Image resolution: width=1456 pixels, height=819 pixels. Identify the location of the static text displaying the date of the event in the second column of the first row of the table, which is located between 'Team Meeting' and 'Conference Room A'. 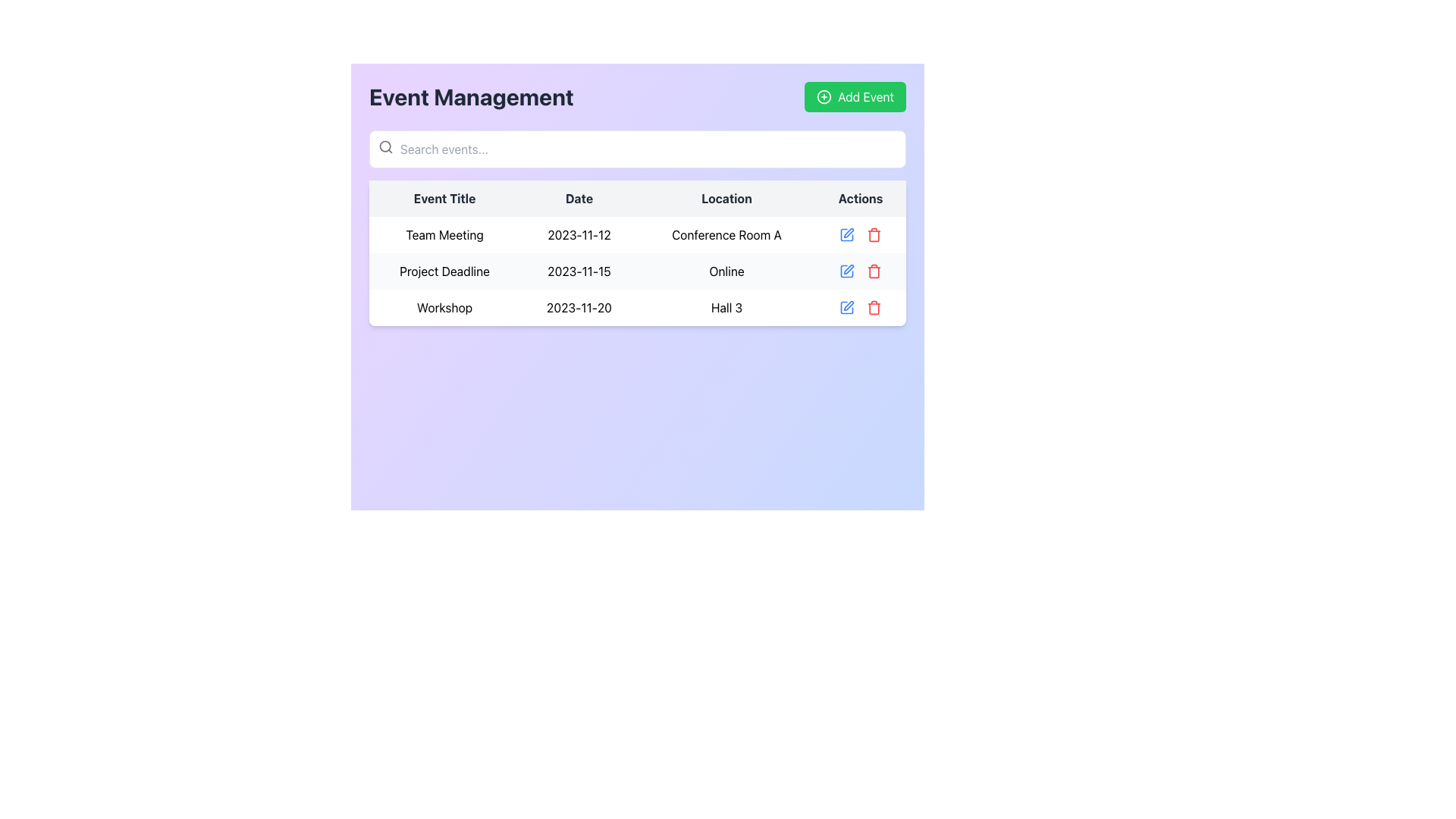
(578, 234).